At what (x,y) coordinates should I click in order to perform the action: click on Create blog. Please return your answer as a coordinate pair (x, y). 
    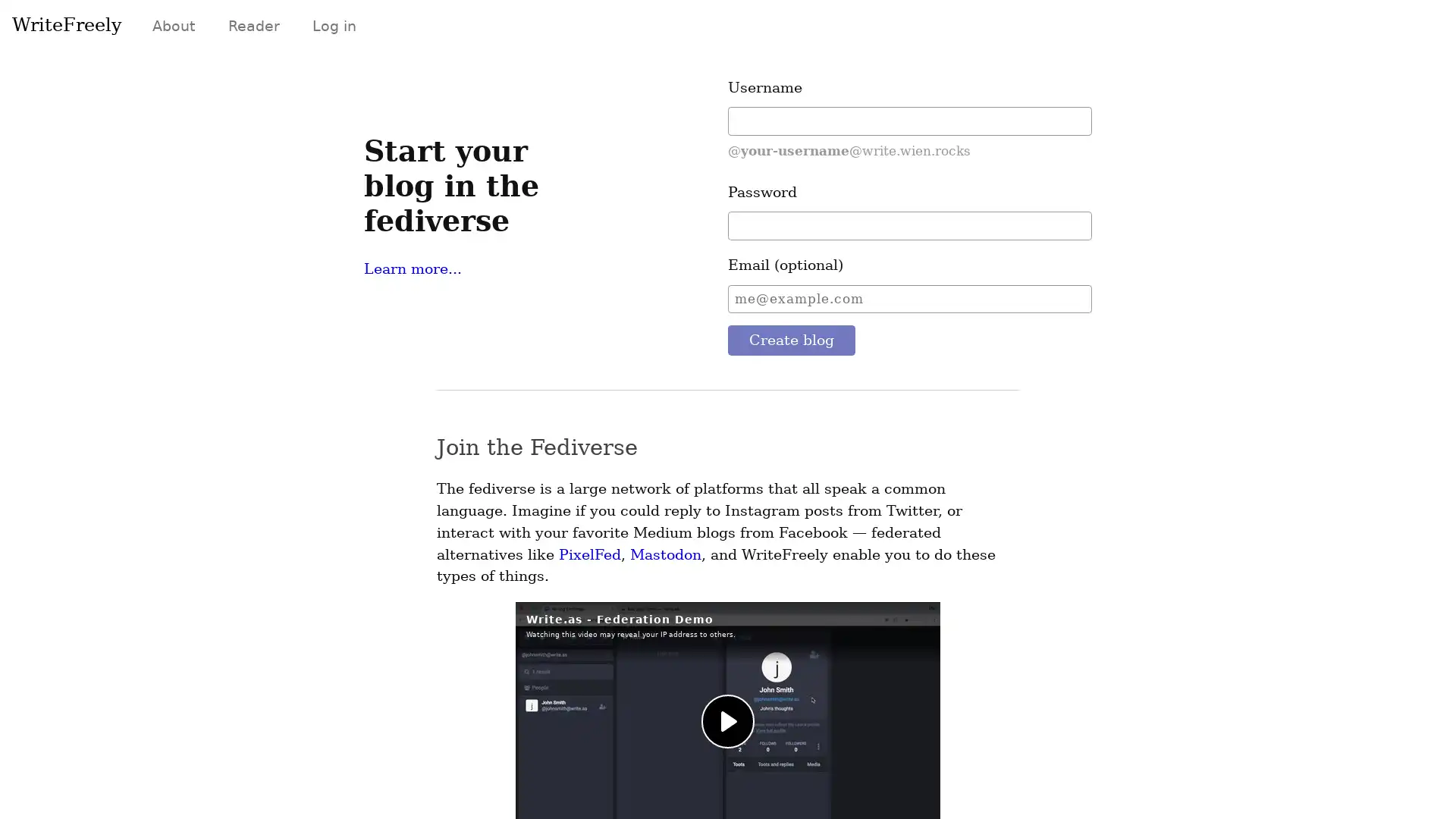
    Looking at the image, I should click on (791, 341).